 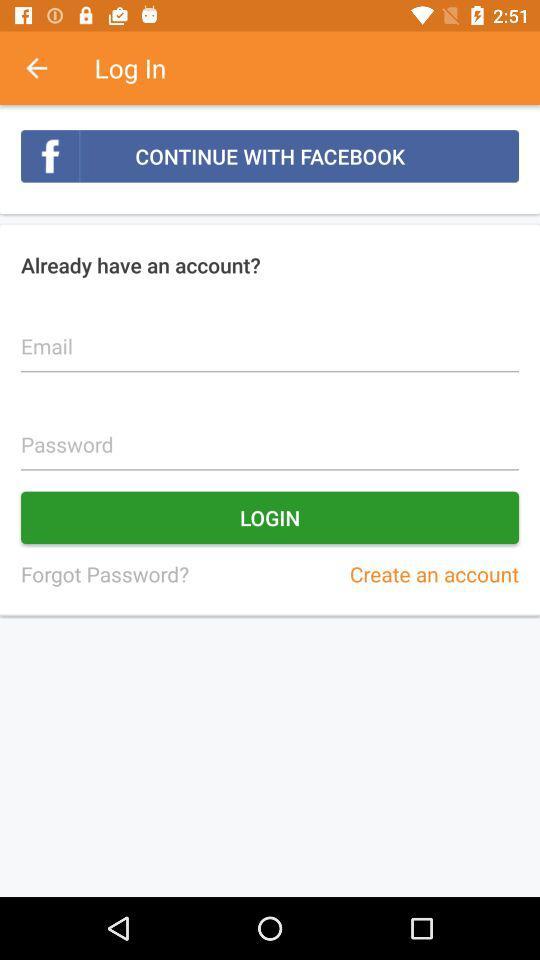 What do you see at coordinates (270, 335) in the screenshot?
I see `text into field` at bounding box center [270, 335].